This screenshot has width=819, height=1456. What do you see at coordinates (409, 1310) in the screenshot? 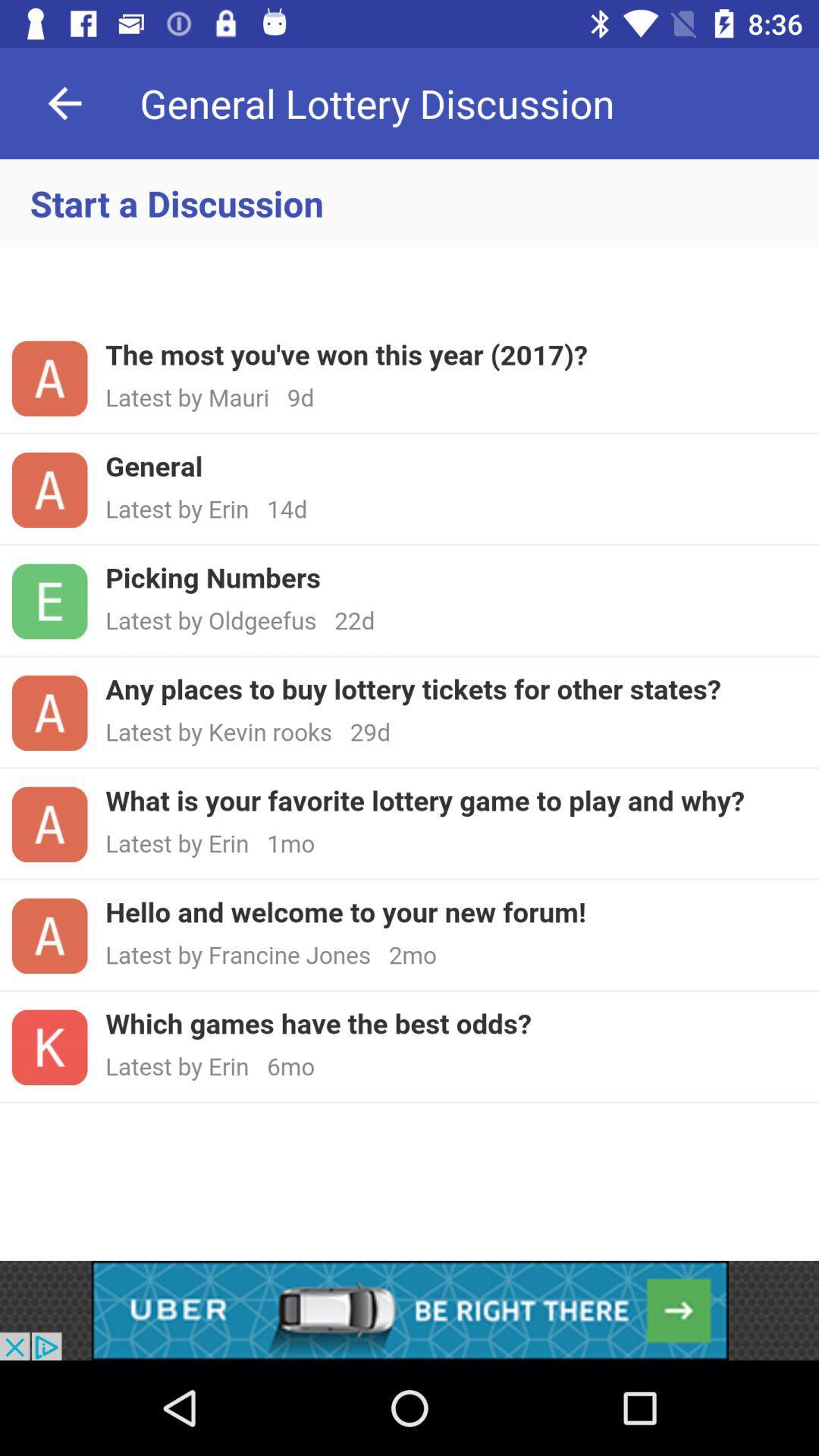
I see `advertisement` at bounding box center [409, 1310].